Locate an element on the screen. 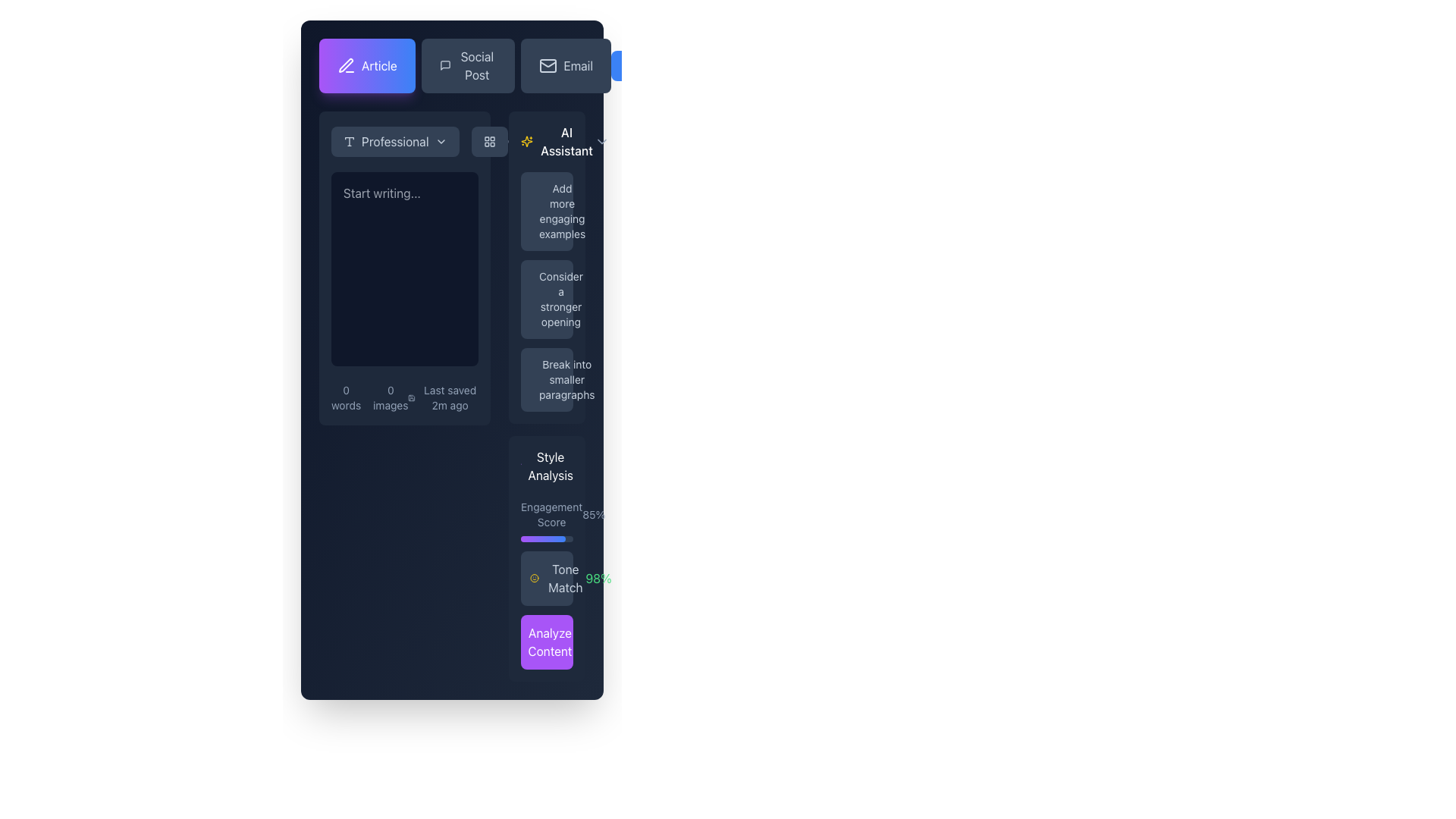  the progression value is located at coordinates (535, 538).